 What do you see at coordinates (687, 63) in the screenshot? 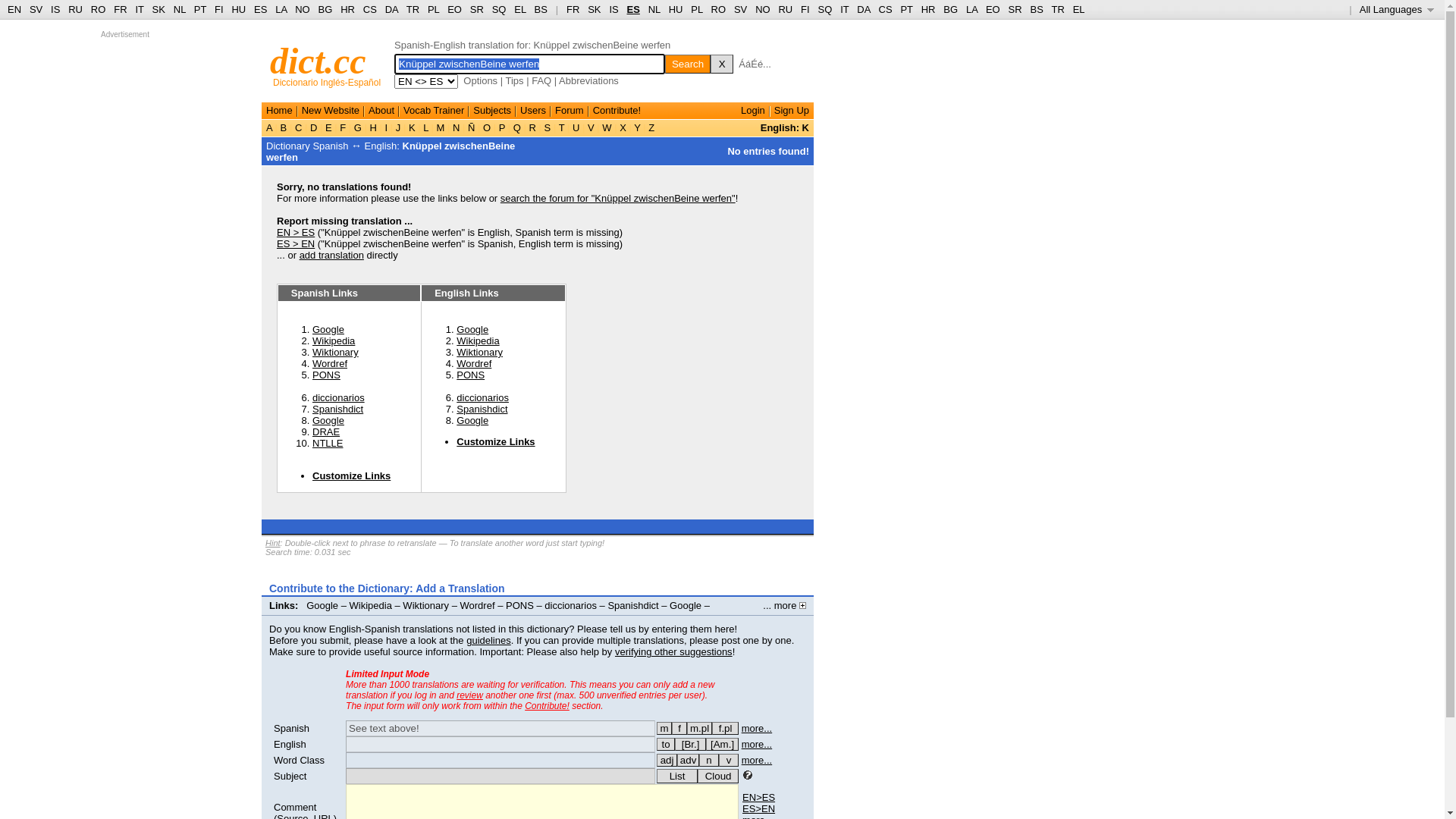
I see `'Search'` at bounding box center [687, 63].